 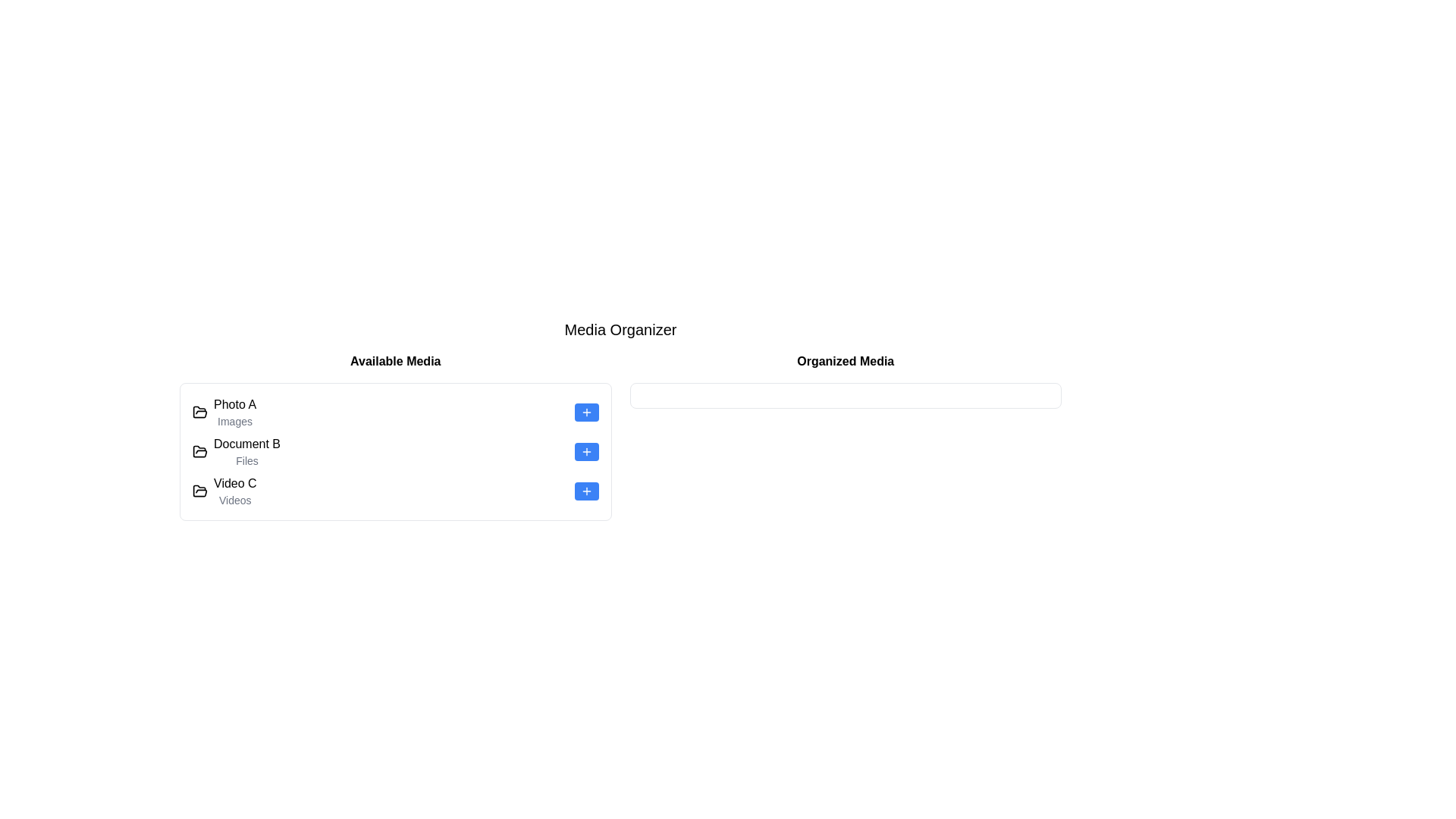 What do you see at coordinates (234, 412) in the screenshot?
I see `the 'Photo A' text label, which is the first item in the 'Available Media' section, located directly above 'Document B Files' and 'Video C Videos'` at bounding box center [234, 412].